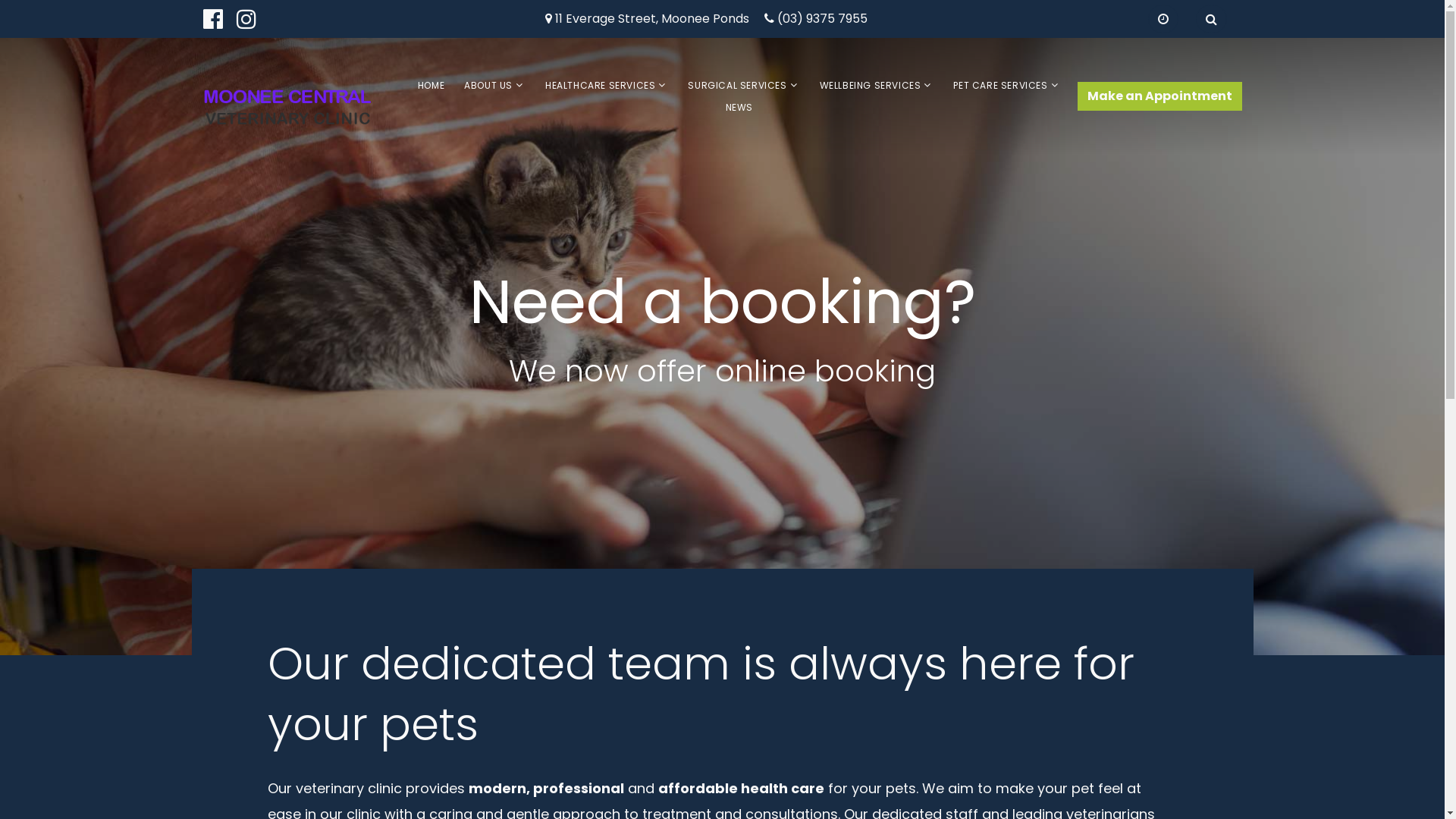 The height and width of the screenshot is (819, 1456). I want to click on 'ABOUT US', so click(488, 85).